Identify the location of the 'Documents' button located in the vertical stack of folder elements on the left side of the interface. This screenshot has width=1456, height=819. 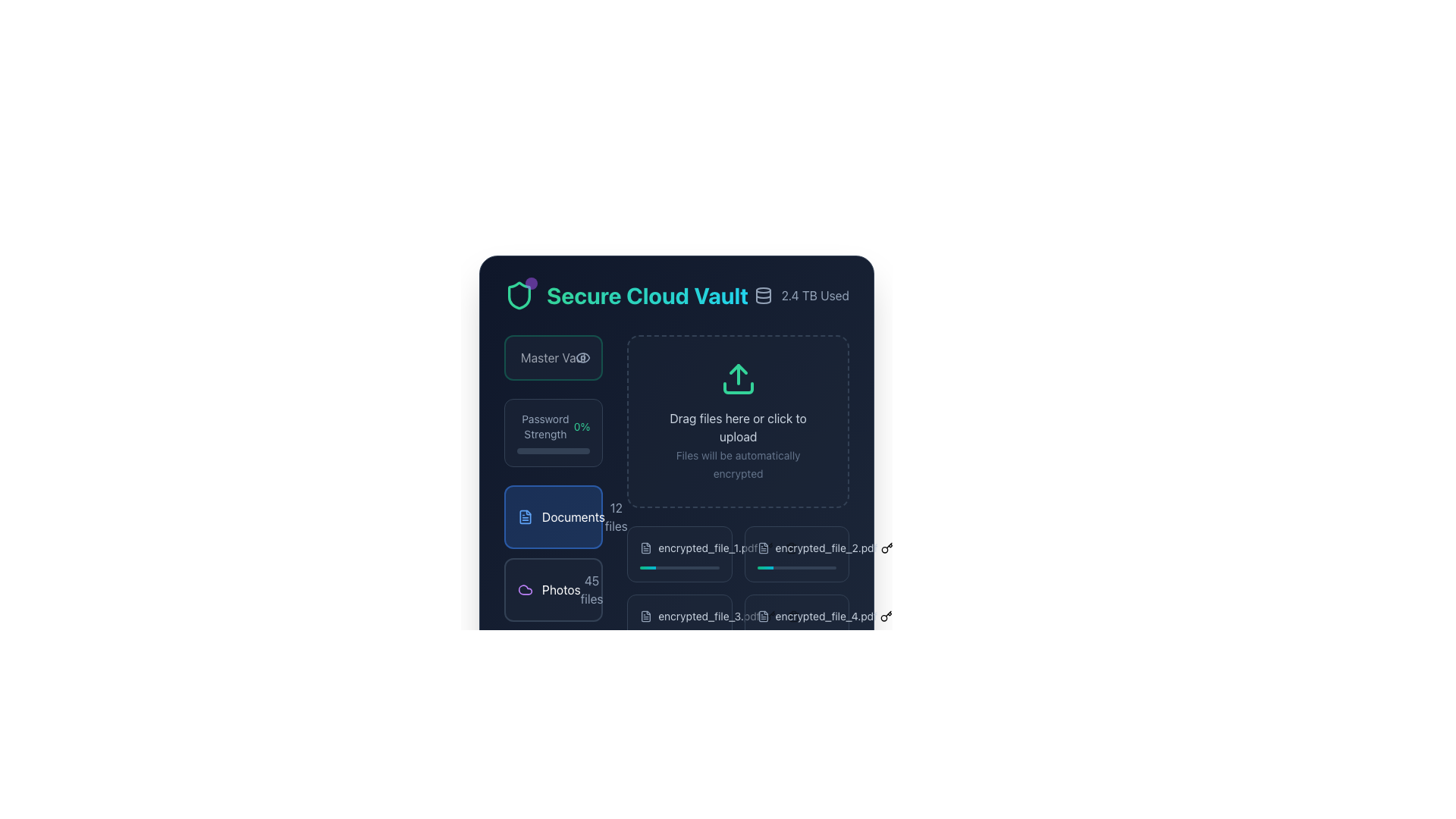
(553, 516).